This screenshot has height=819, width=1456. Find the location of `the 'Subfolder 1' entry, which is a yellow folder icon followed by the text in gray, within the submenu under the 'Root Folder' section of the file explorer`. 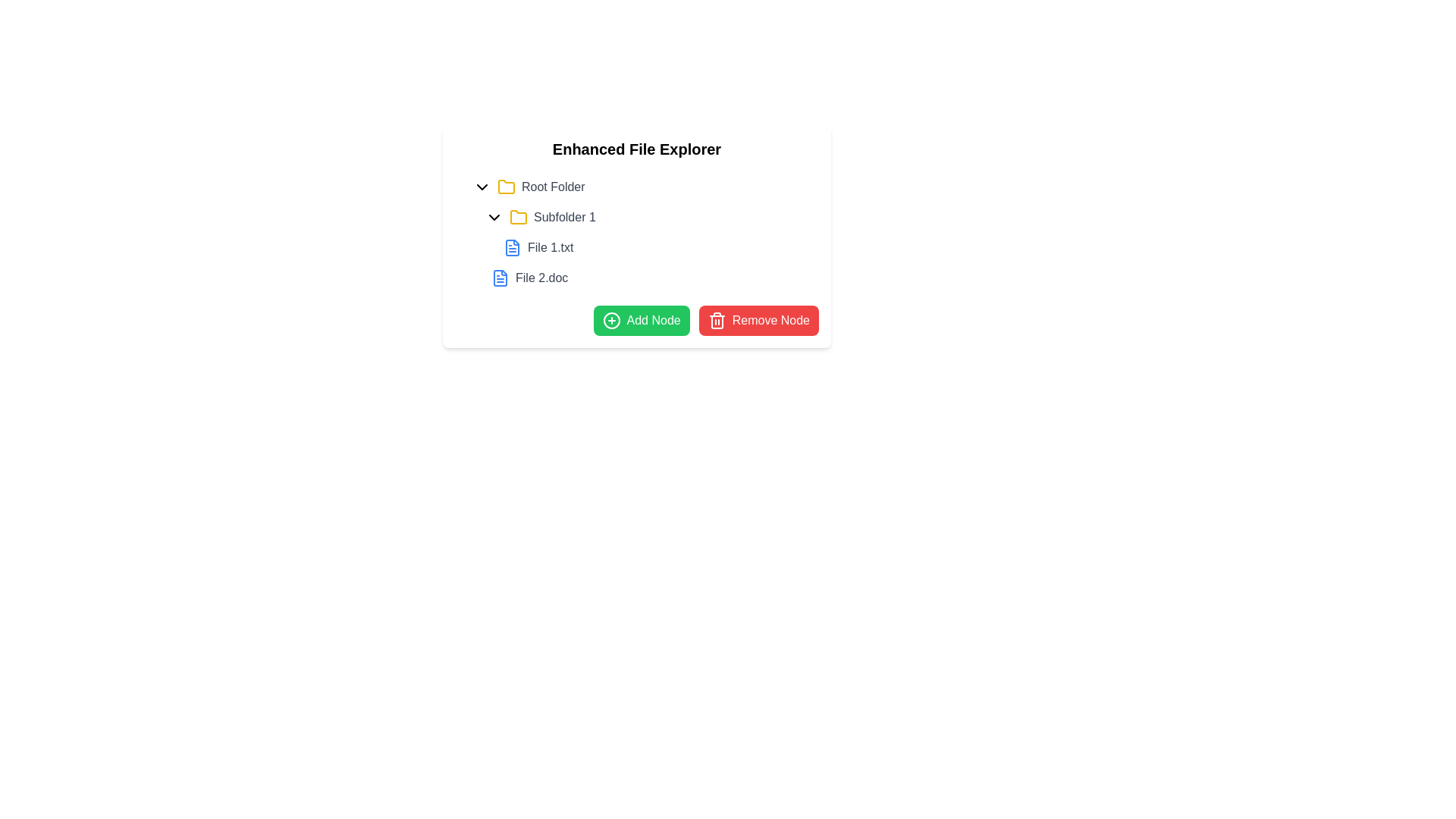

the 'Subfolder 1' entry, which is a yellow folder icon followed by the text in gray, within the submenu under the 'Root Folder' section of the file explorer is located at coordinates (551, 217).